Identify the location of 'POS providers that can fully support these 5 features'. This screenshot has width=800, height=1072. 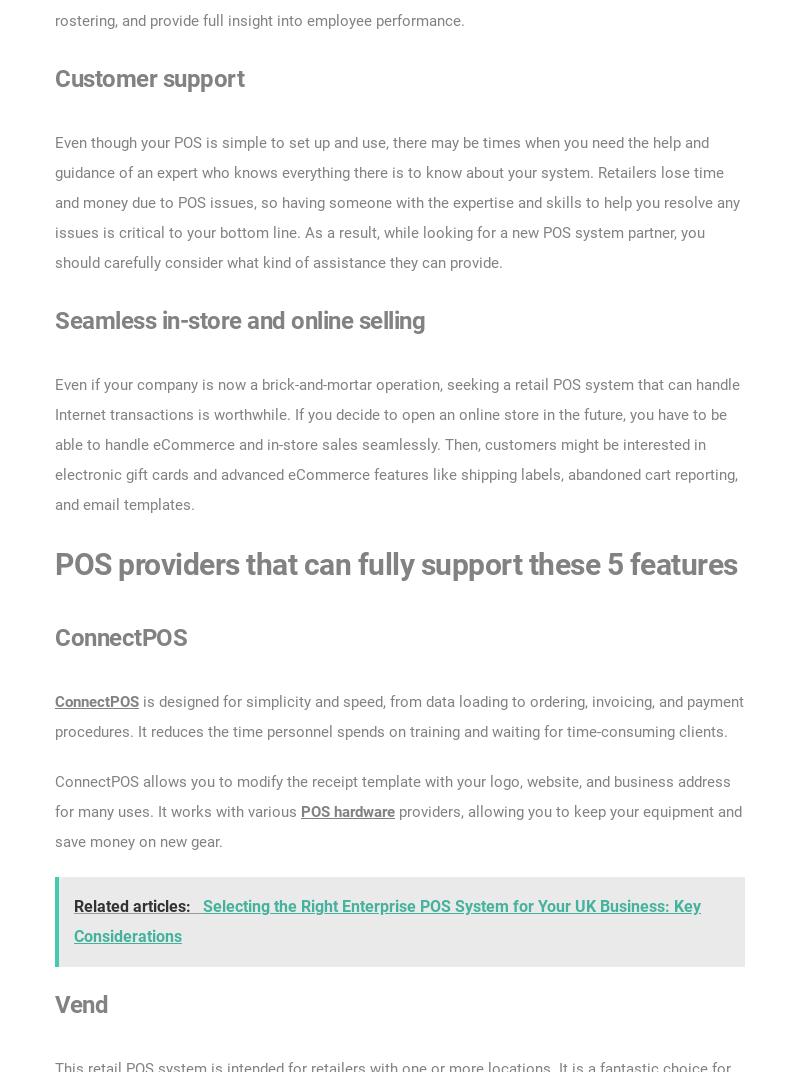
(395, 562).